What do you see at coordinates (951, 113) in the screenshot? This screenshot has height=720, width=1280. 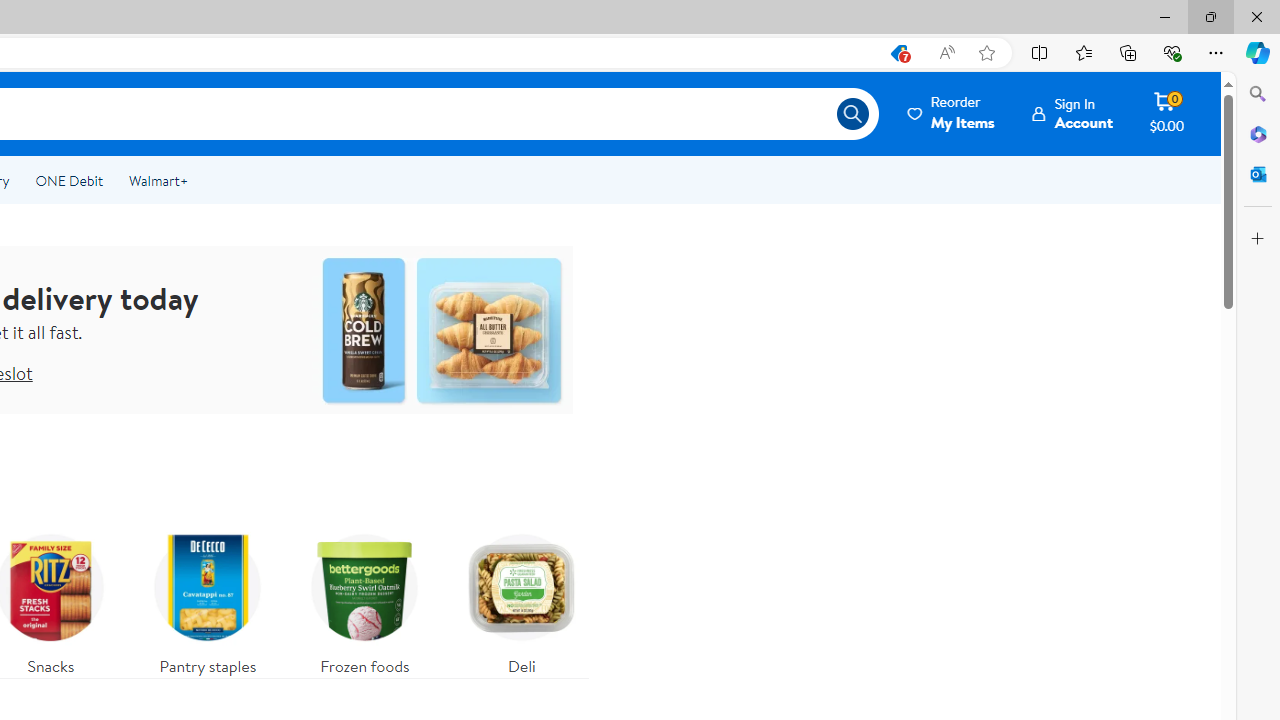 I see `'Reorder My Items'` at bounding box center [951, 113].